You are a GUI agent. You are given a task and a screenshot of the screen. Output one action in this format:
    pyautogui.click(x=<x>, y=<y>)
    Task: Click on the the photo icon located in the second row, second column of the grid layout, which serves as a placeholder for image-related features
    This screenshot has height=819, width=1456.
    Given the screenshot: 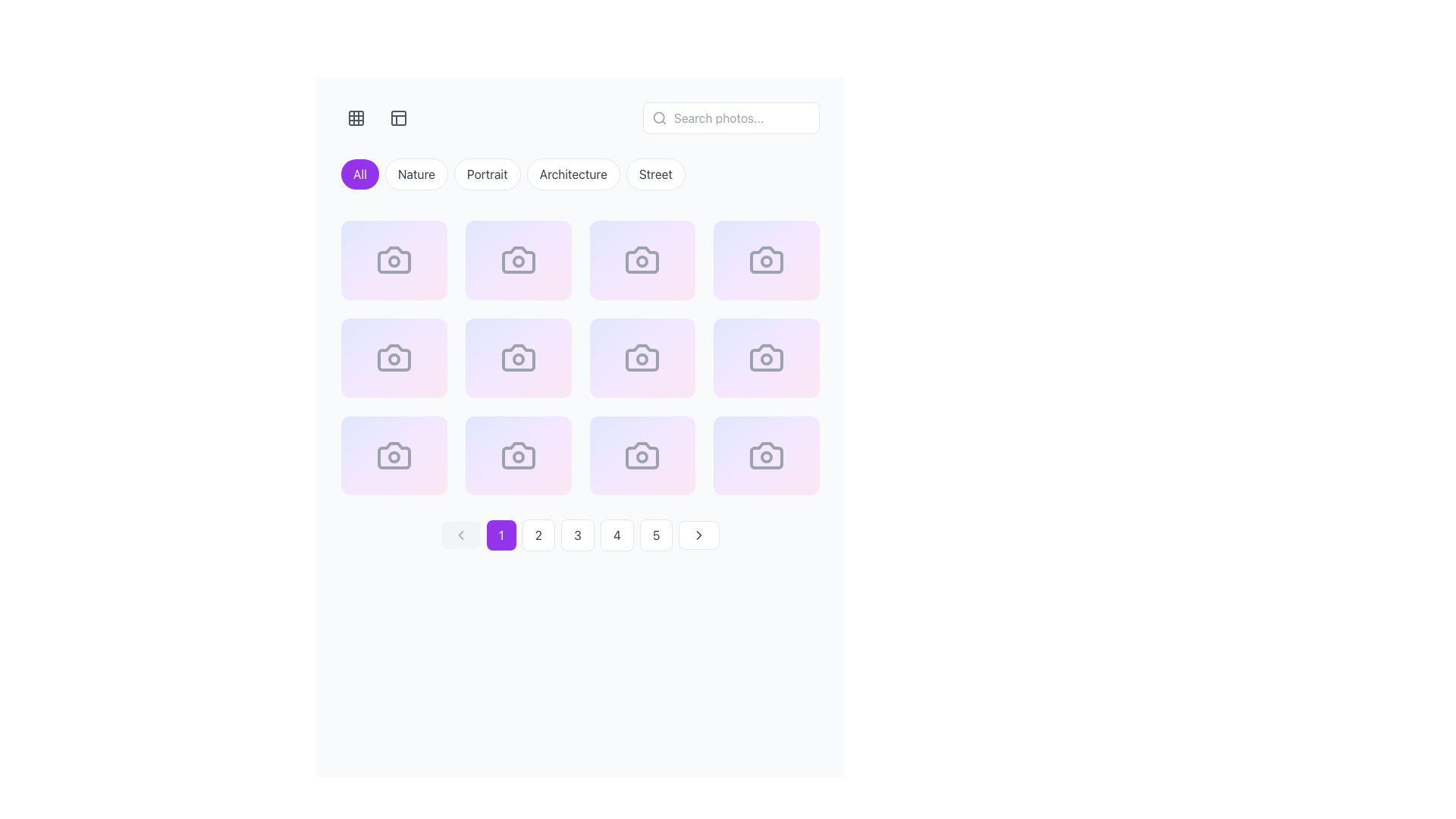 What is the action you would take?
    pyautogui.click(x=518, y=455)
    